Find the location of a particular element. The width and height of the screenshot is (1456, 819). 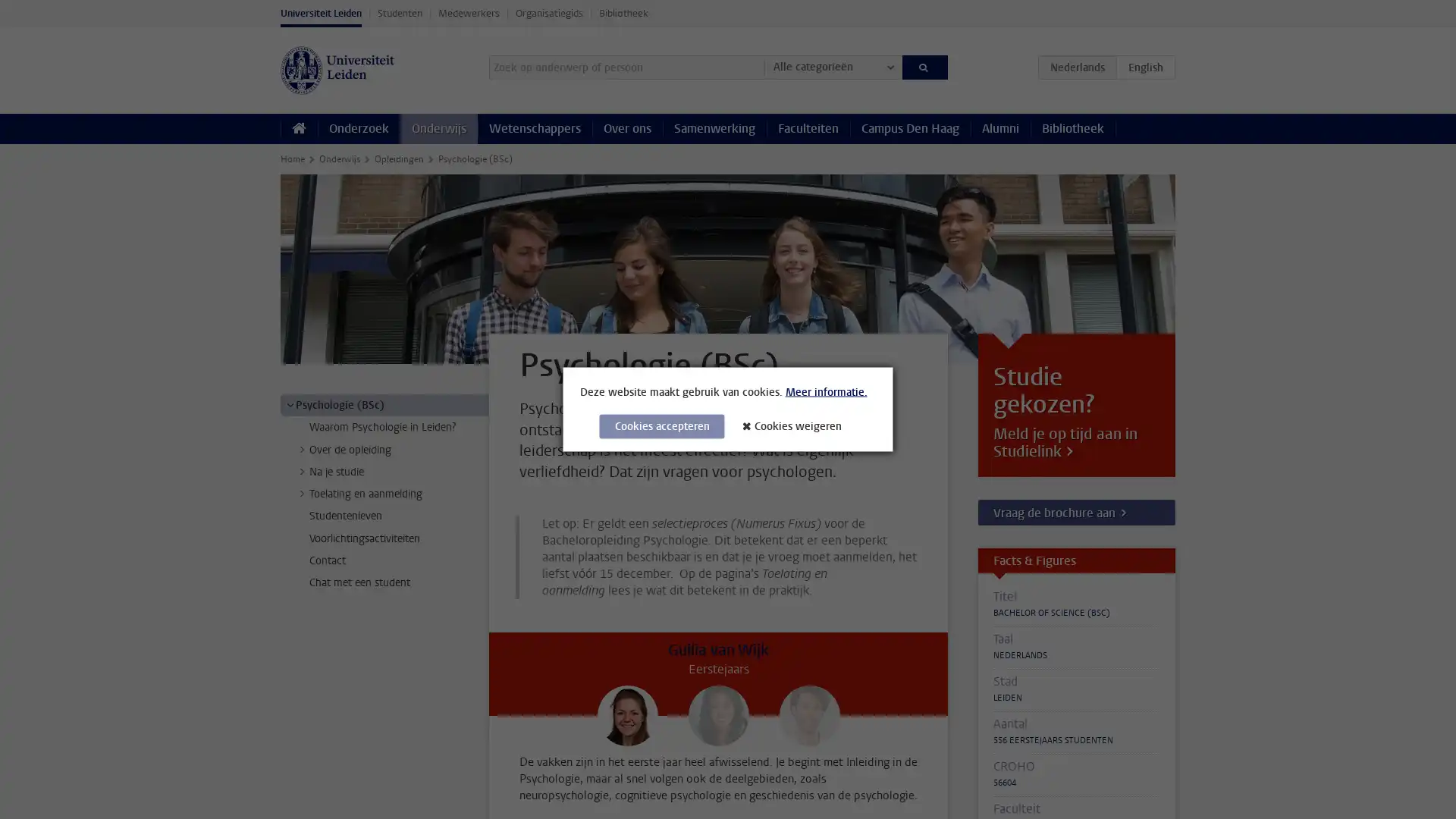

Cookies weigeren is located at coordinates (796, 425).